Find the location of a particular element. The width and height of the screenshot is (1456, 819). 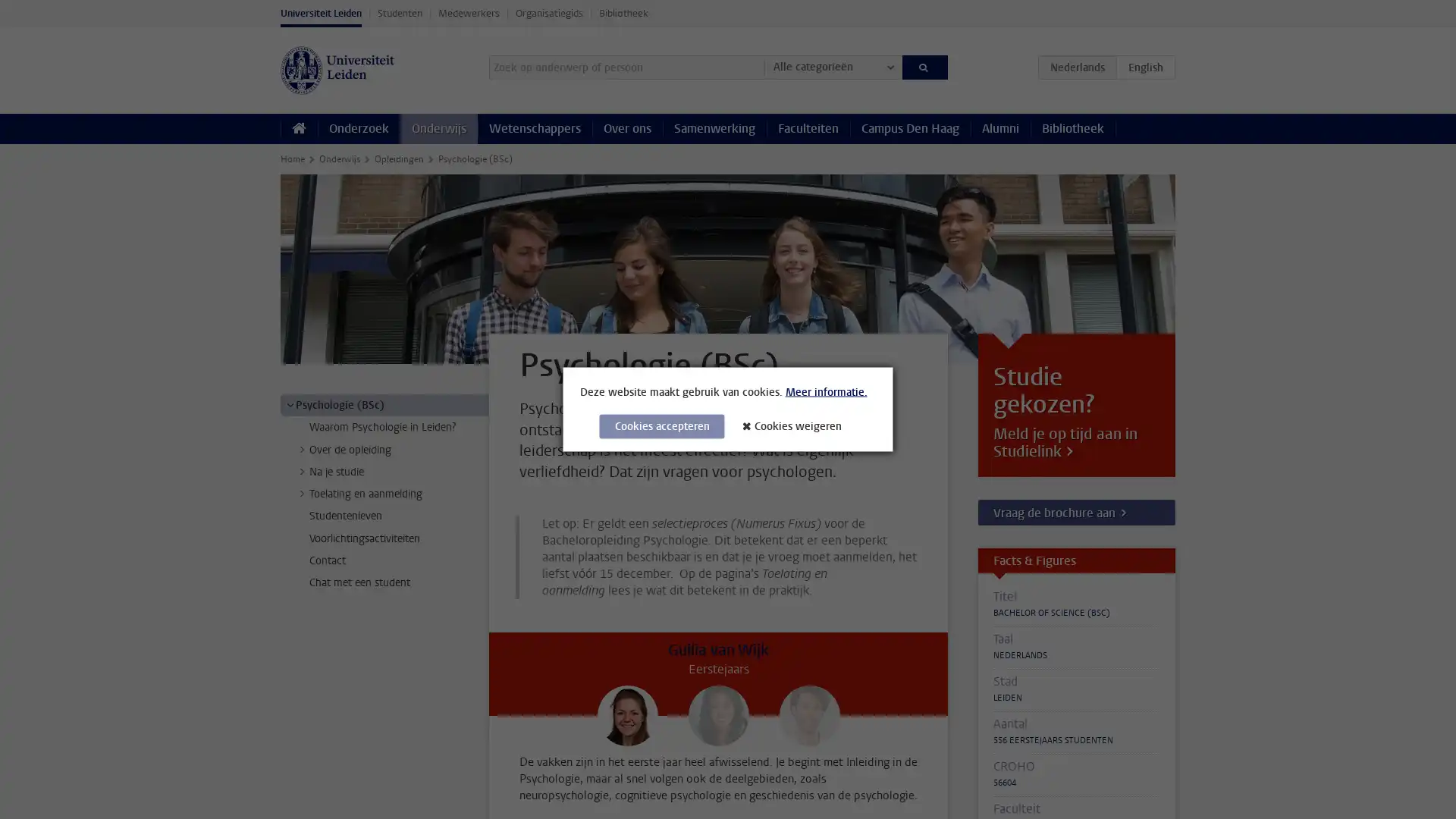

Cookies weigeren is located at coordinates (796, 425).